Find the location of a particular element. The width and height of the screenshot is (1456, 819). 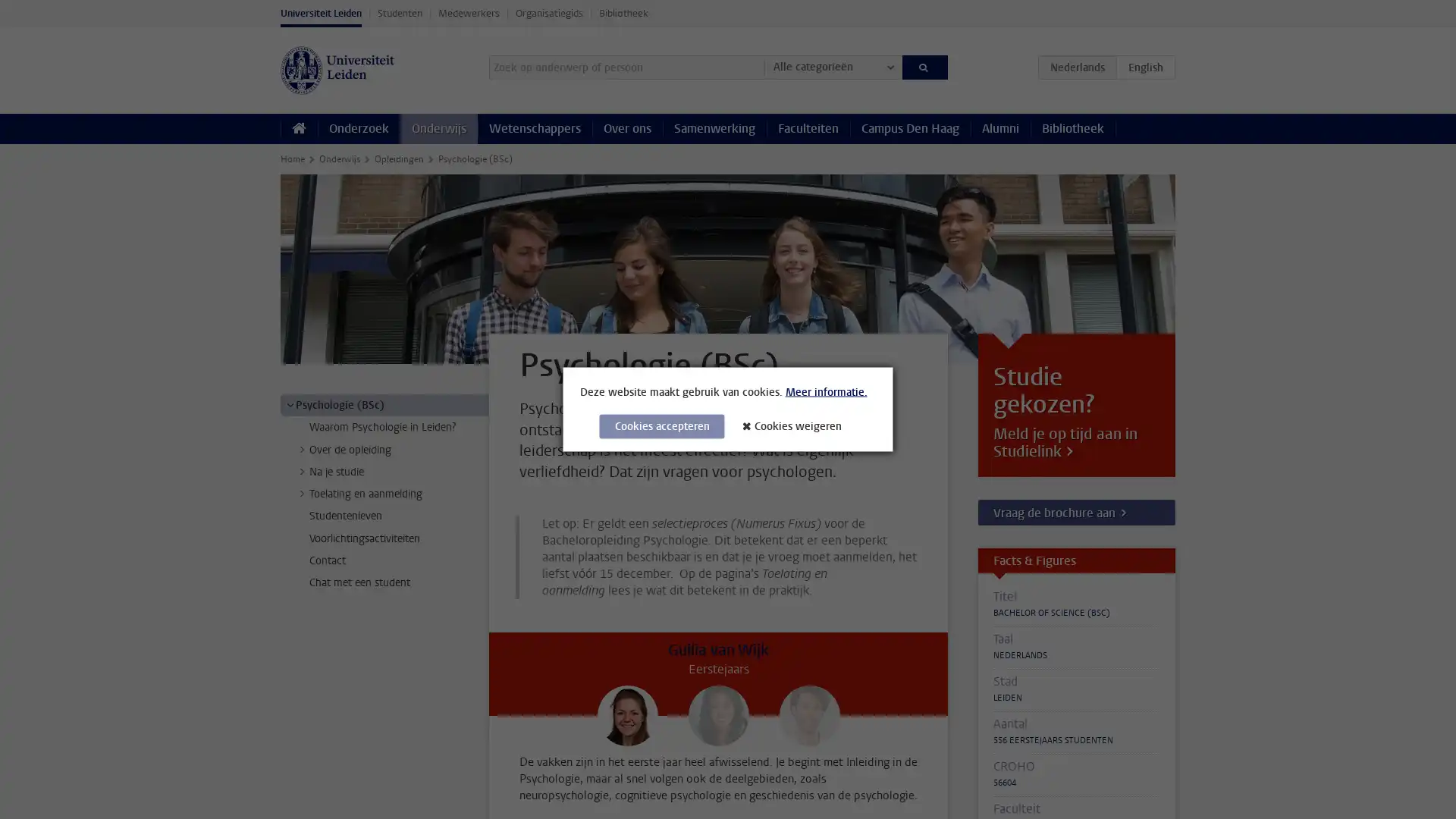

Cookies weigeren is located at coordinates (796, 425).